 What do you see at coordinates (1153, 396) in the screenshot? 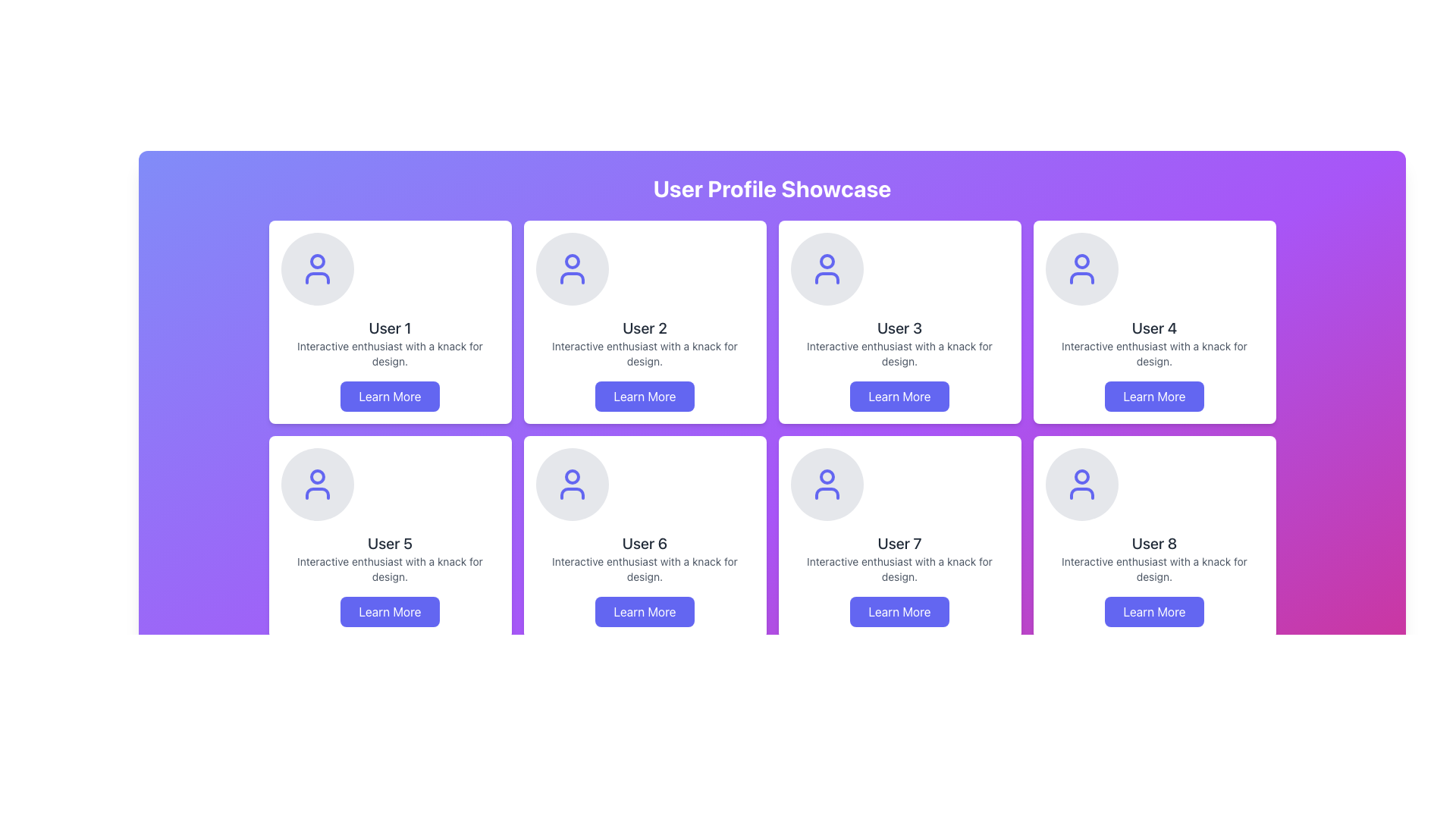
I see `the button that provides additional information about the 'User 4' profile` at bounding box center [1153, 396].